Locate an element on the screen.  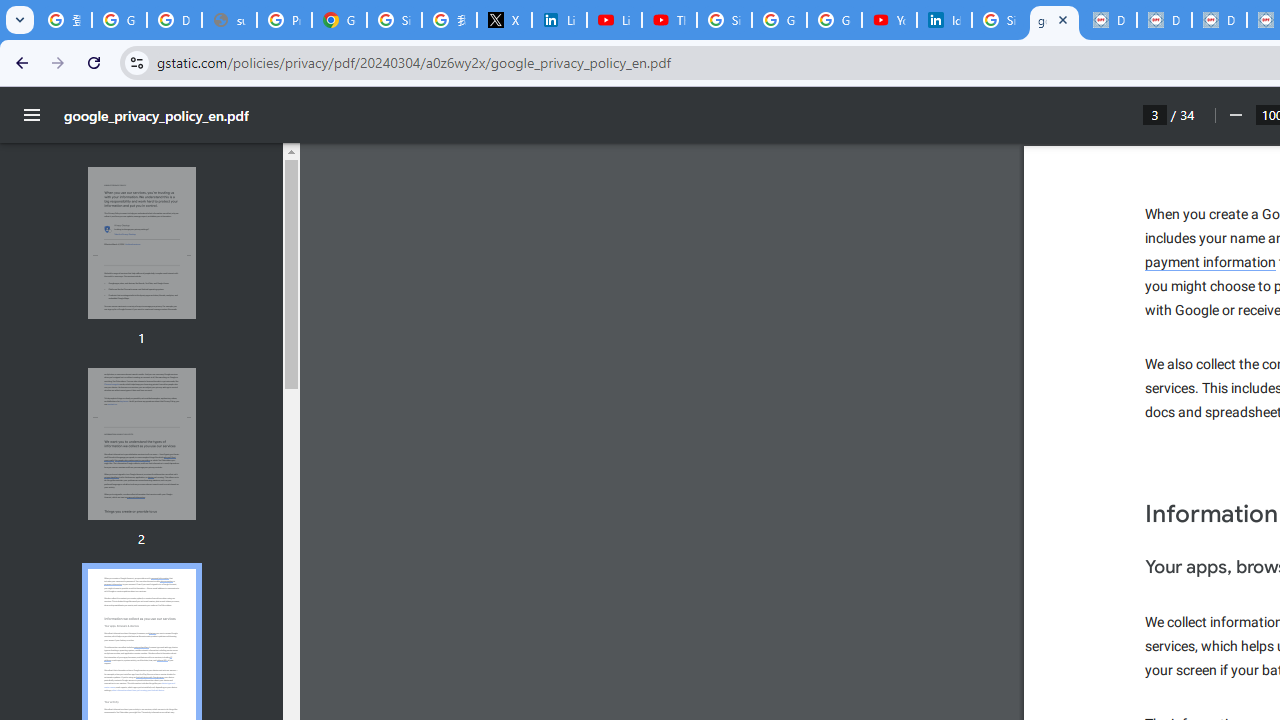
'X' is located at coordinates (504, 20).